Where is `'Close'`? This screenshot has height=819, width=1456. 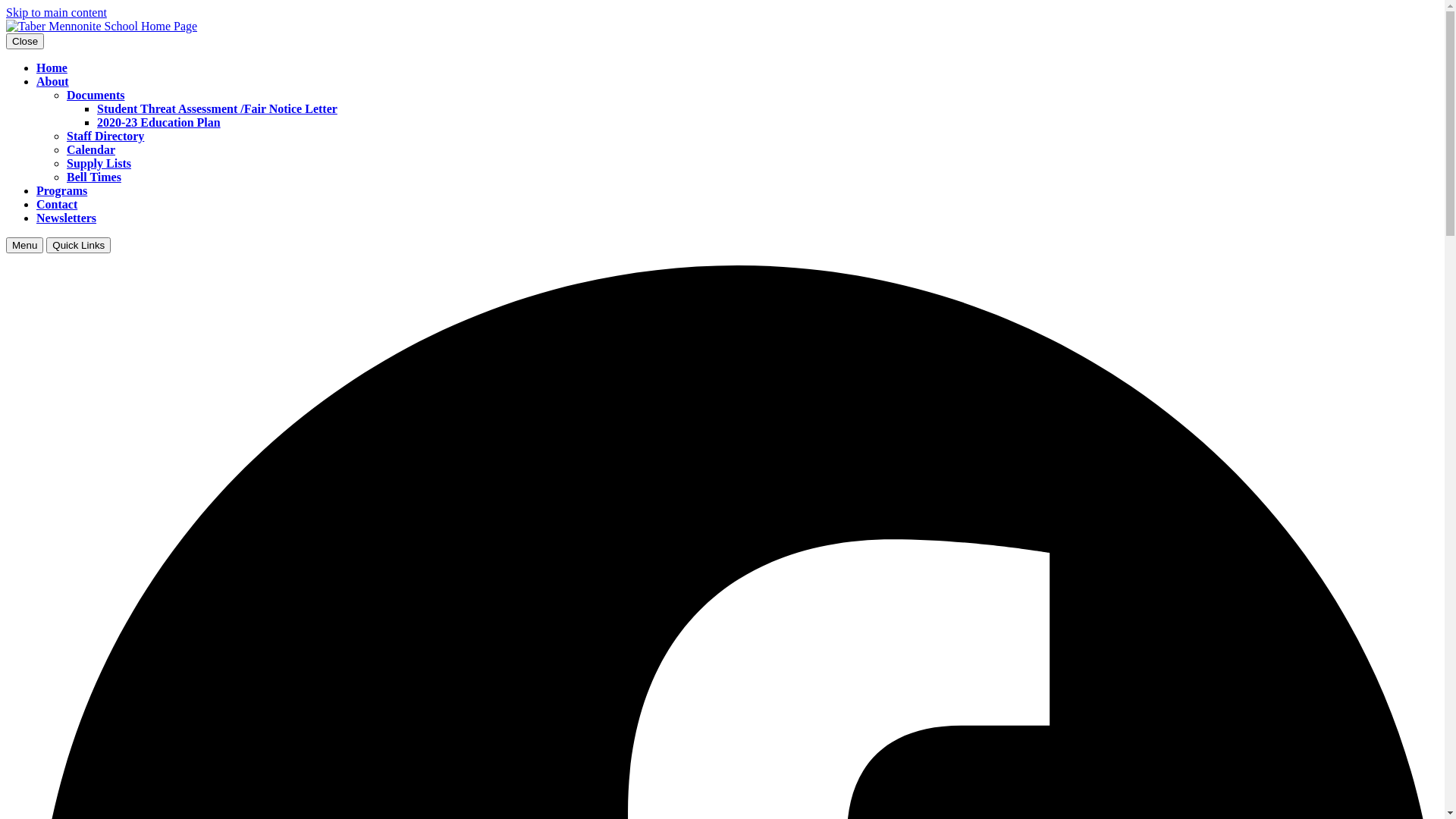
'Close' is located at coordinates (25, 40).